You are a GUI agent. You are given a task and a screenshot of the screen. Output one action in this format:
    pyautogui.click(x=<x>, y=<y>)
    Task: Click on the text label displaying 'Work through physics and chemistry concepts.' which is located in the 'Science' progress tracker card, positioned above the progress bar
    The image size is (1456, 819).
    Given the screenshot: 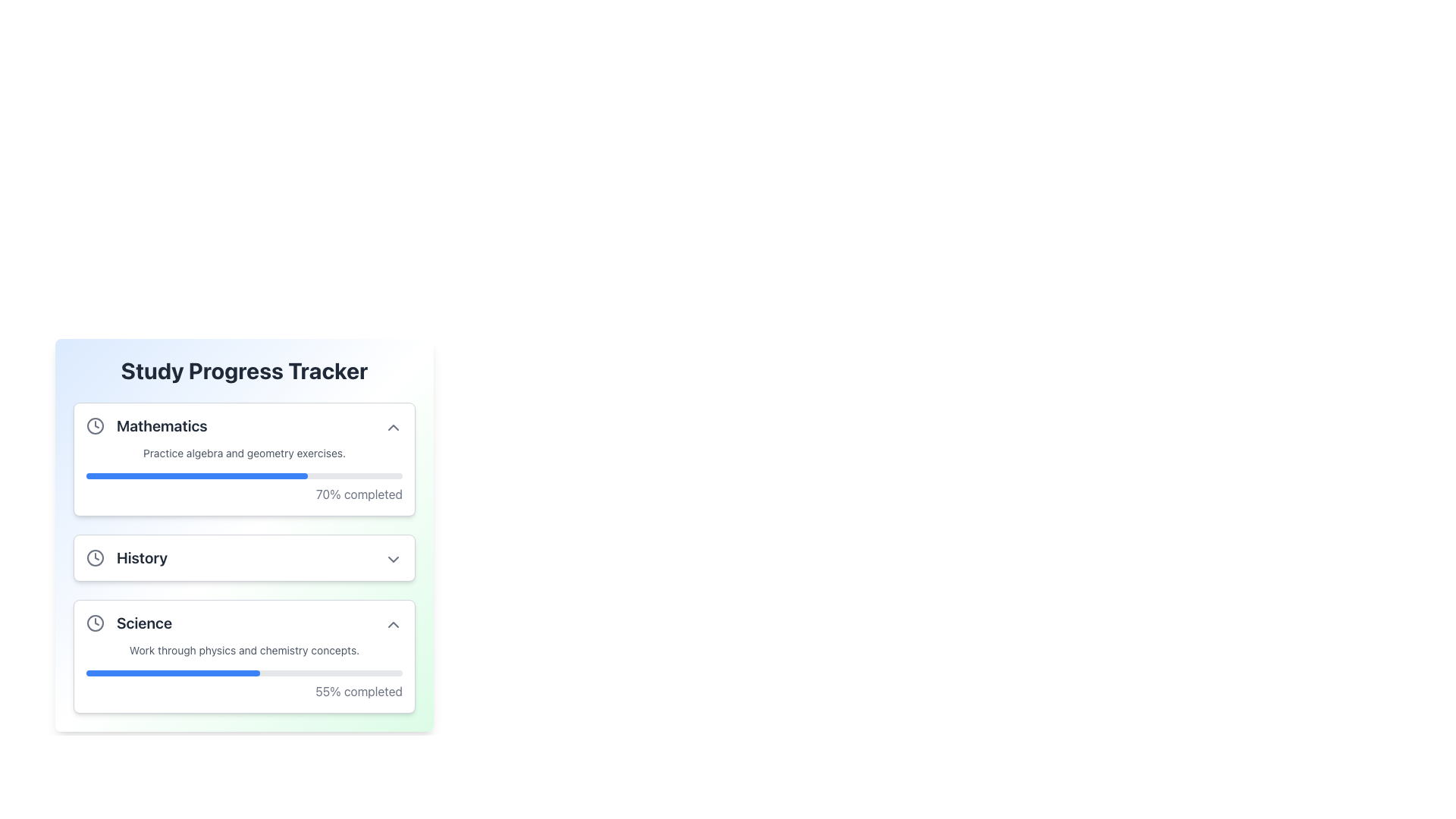 What is the action you would take?
    pyautogui.click(x=244, y=649)
    